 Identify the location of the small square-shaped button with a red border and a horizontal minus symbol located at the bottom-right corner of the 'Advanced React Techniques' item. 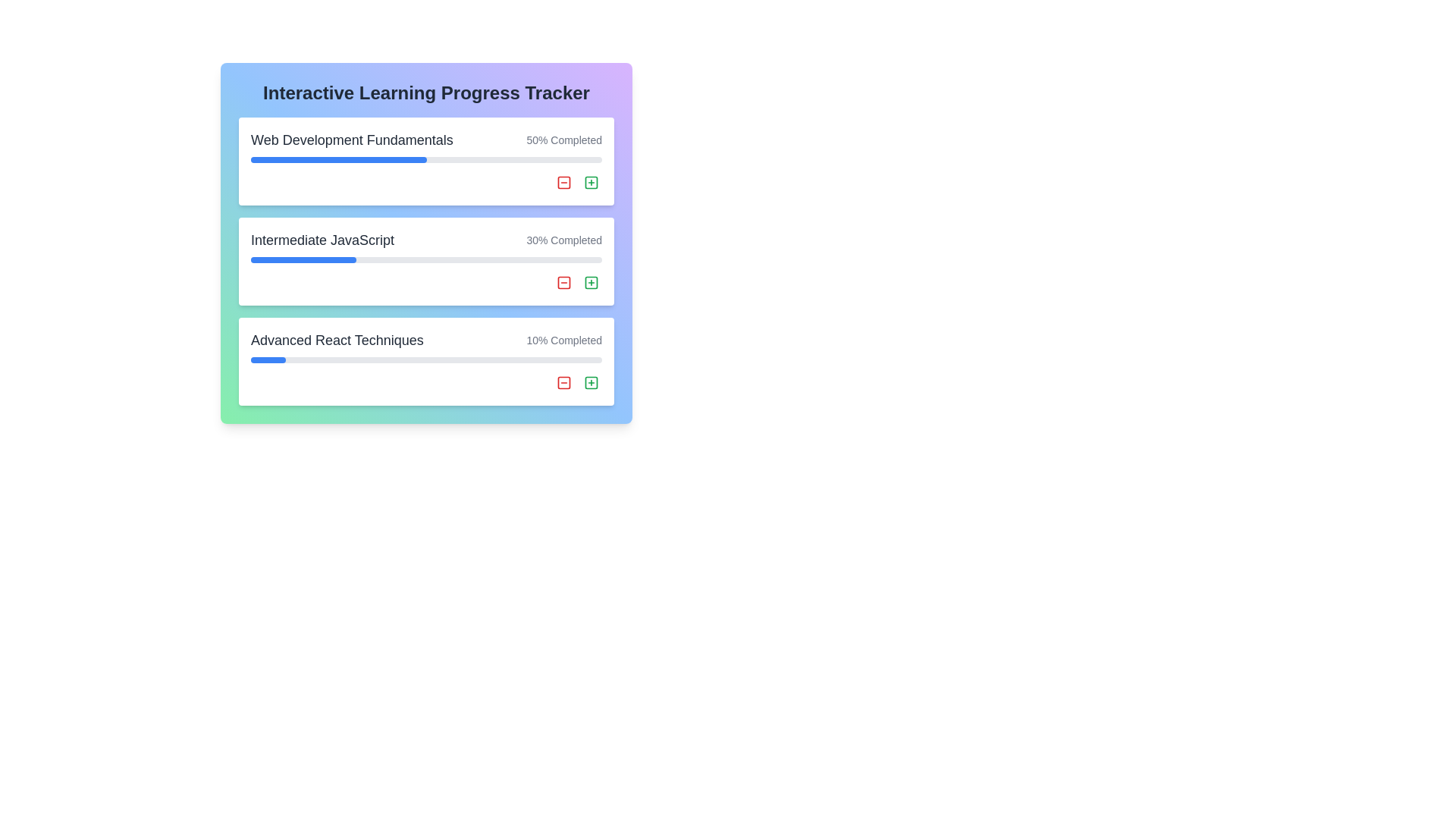
(563, 382).